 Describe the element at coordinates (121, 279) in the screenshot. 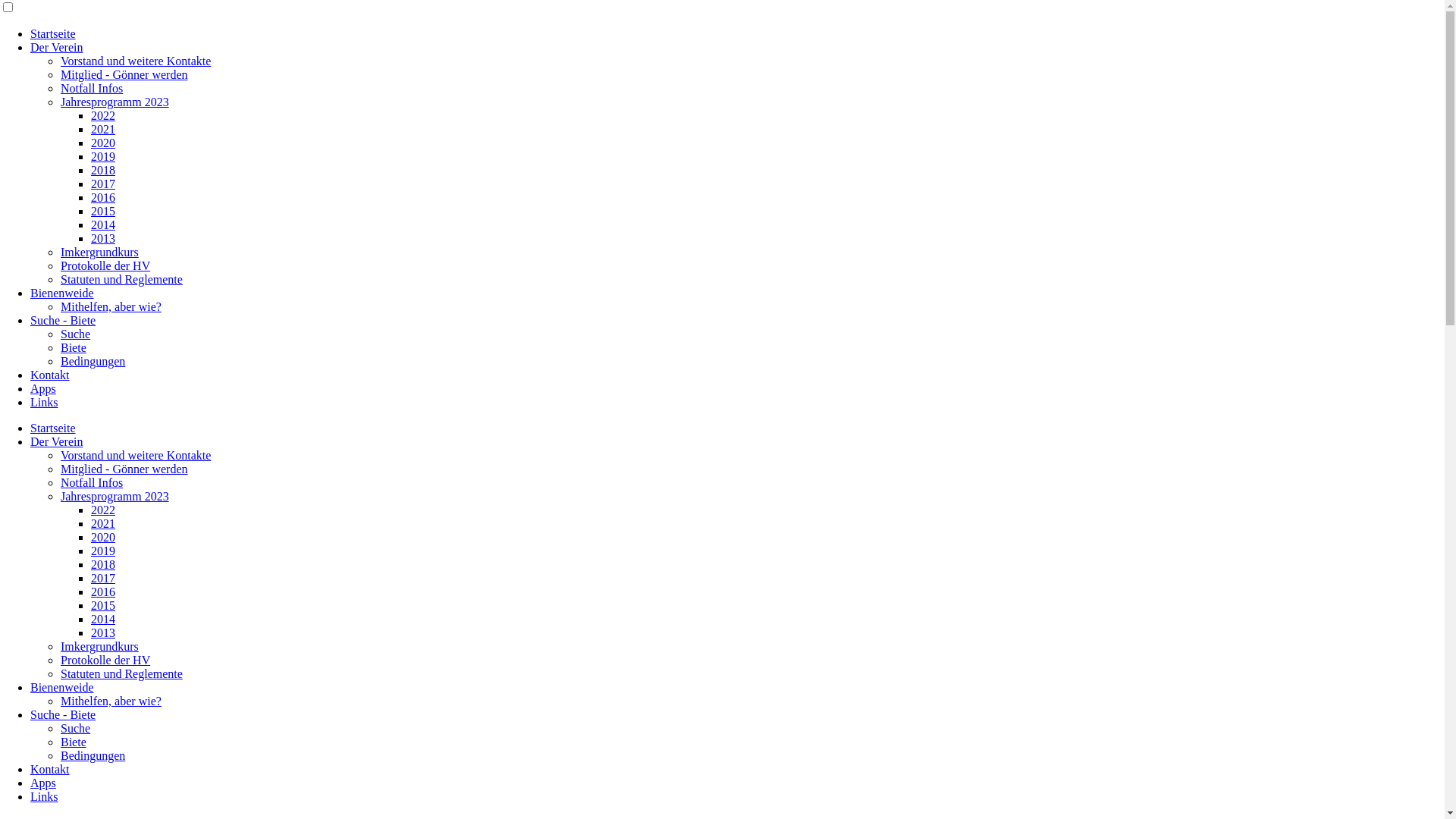

I see `'Statuten und Reglemente'` at that location.